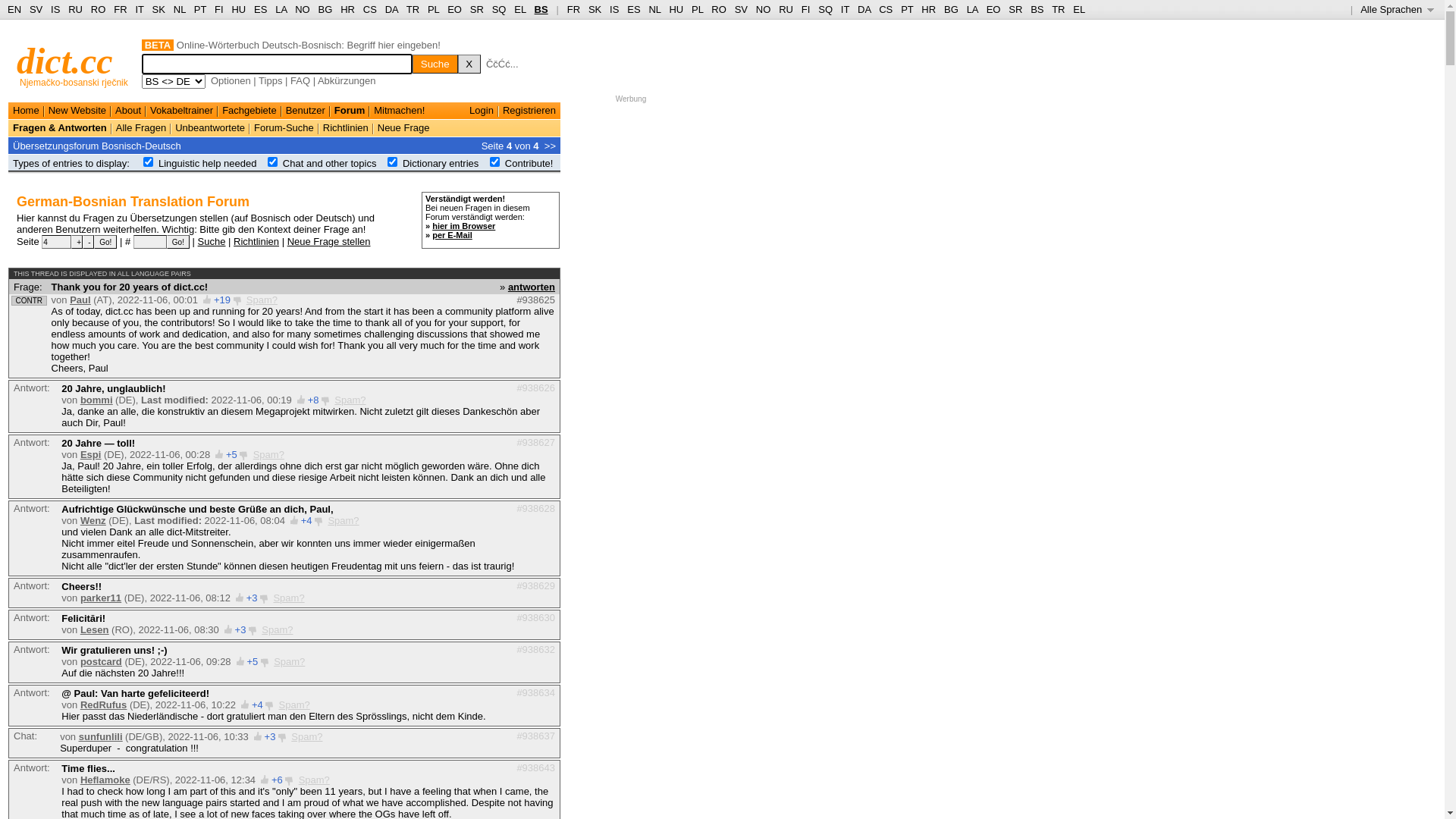 The image size is (1456, 819). What do you see at coordinates (535, 617) in the screenshot?
I see `'#938630'` at bounding box center [535, 617].